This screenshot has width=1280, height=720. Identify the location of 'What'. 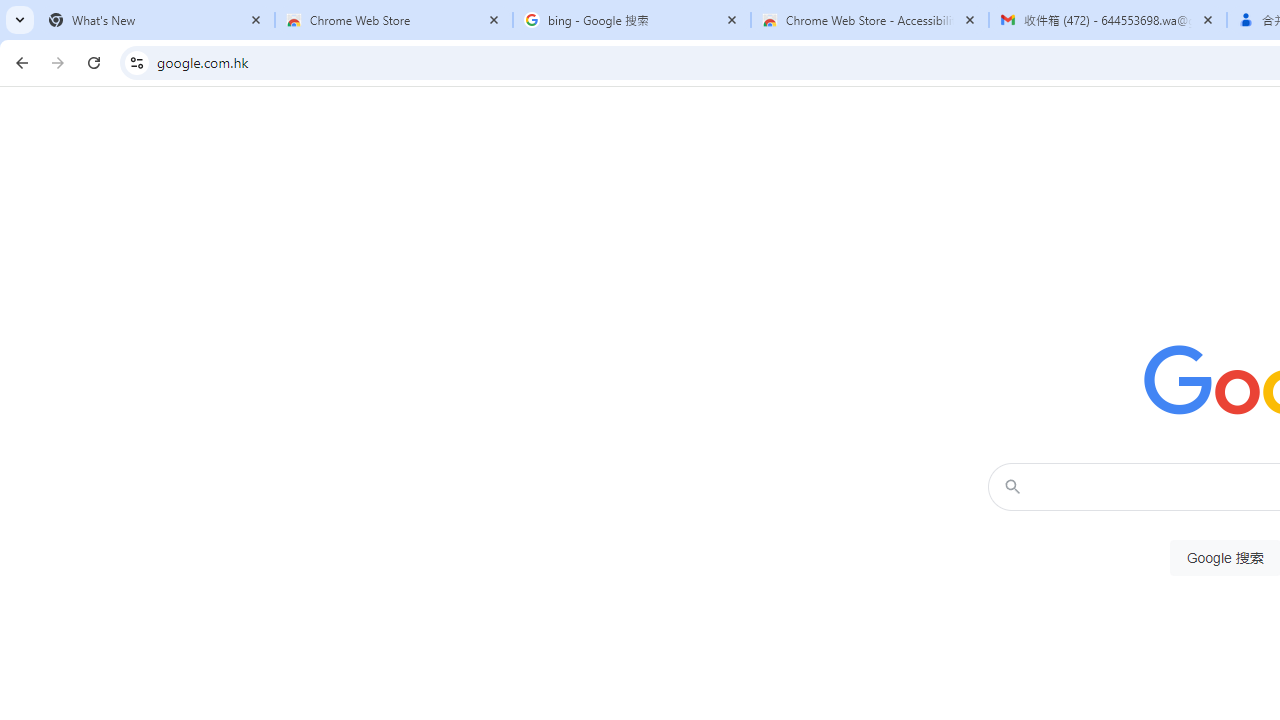
(155, 20).